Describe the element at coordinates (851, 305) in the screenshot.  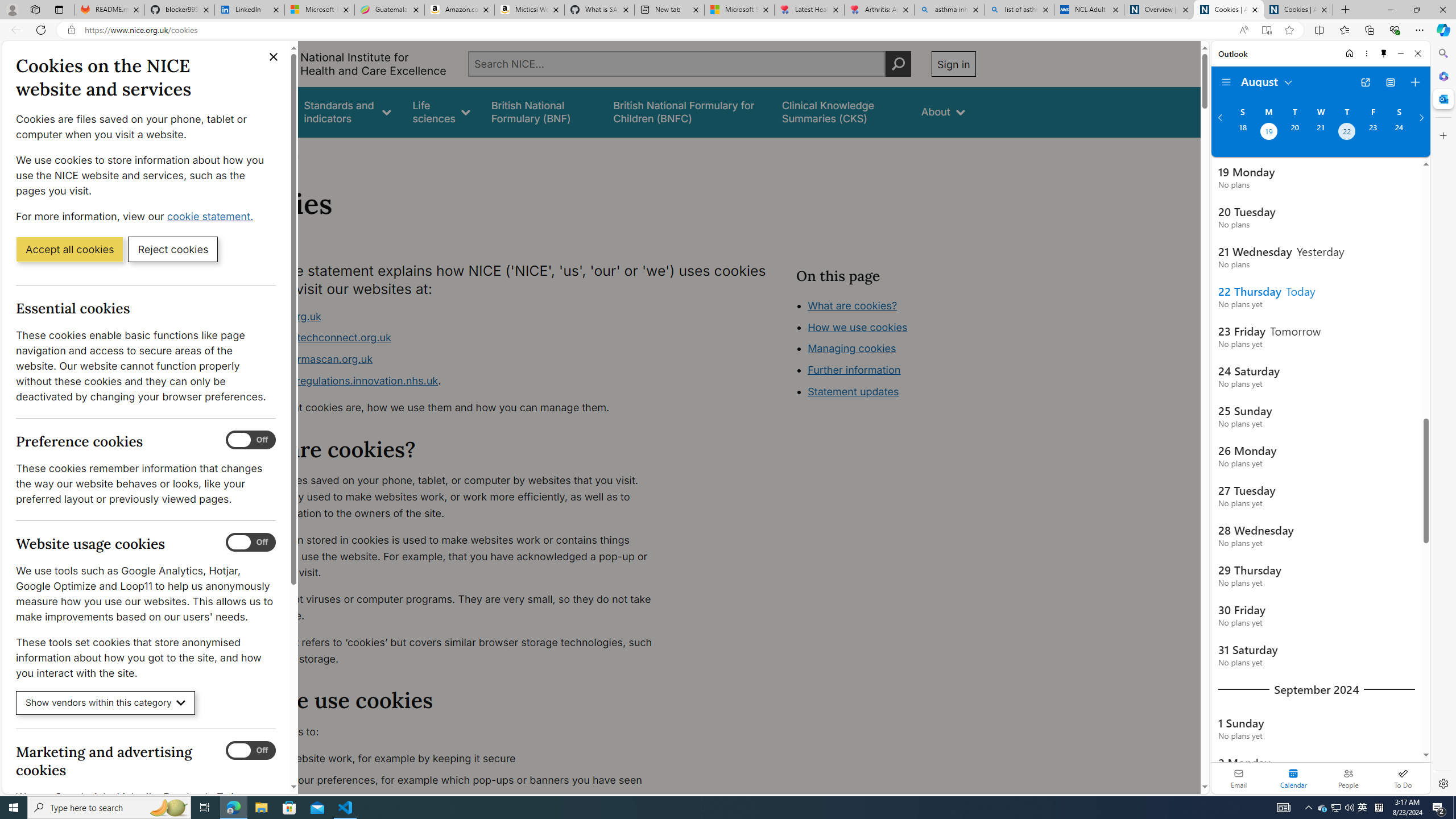
I see `'What are cookies?'` at that location.